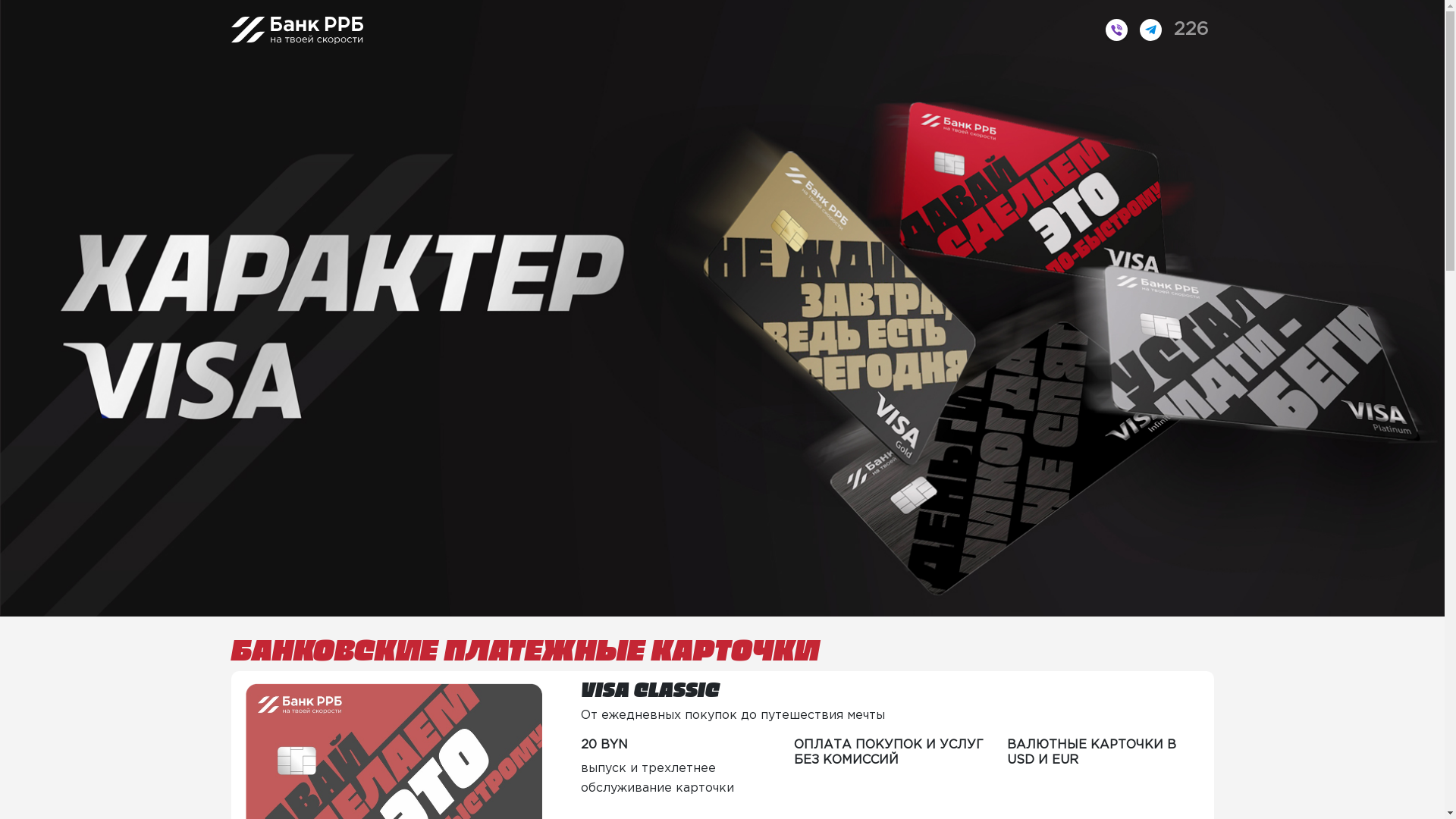 The width and height of the screenshot is (1456, 819). I want to click on '226', so click(1190, 30).